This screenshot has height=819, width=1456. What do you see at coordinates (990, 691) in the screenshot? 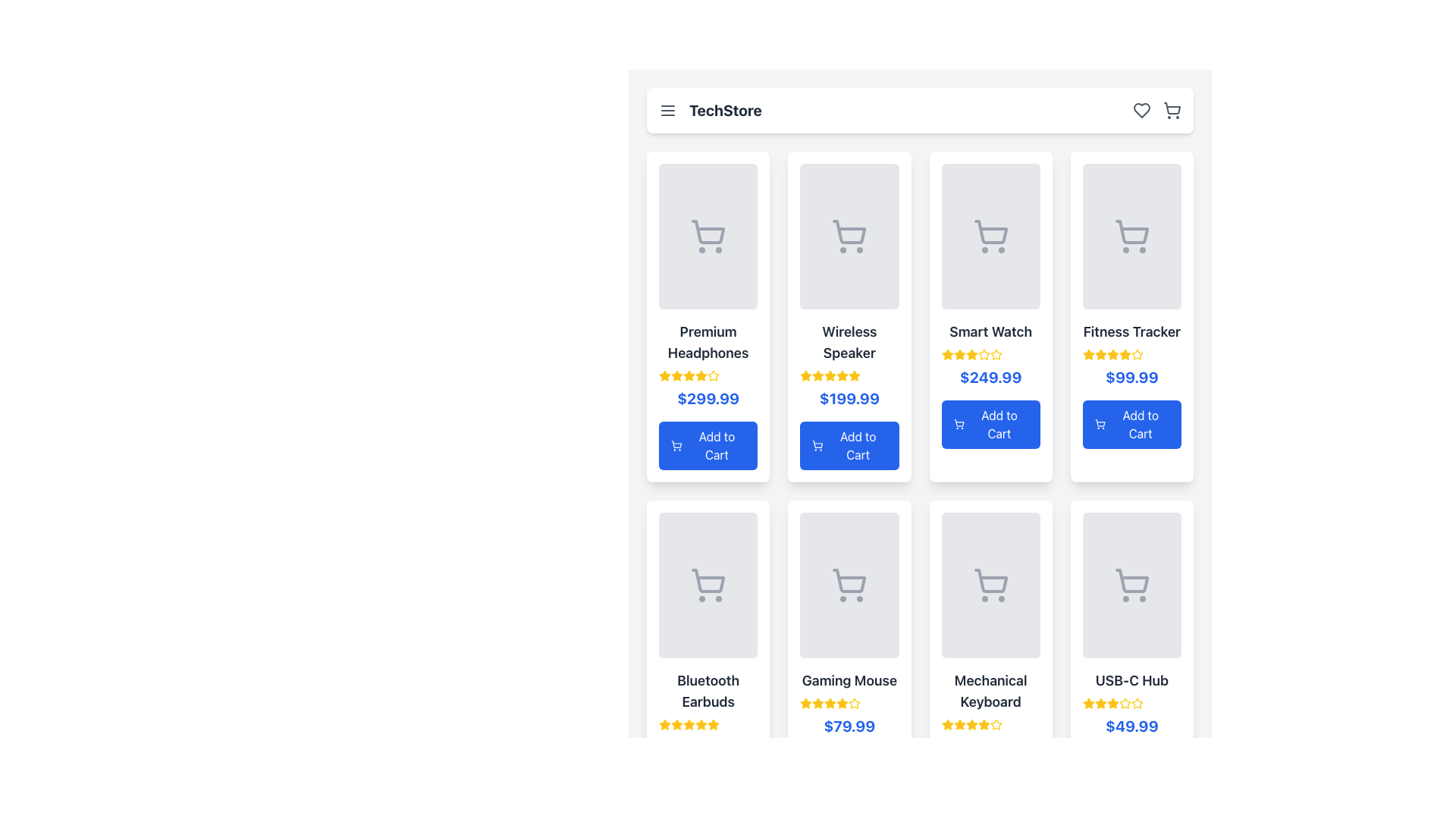
I see `the bold, dark-gray text that spells out 'Mechanical Keyboard', which is positioned centrally in the fourth column of the second row in a grid-style product layout, below an image and above the product price and rating` at bounding box center [990, 691].